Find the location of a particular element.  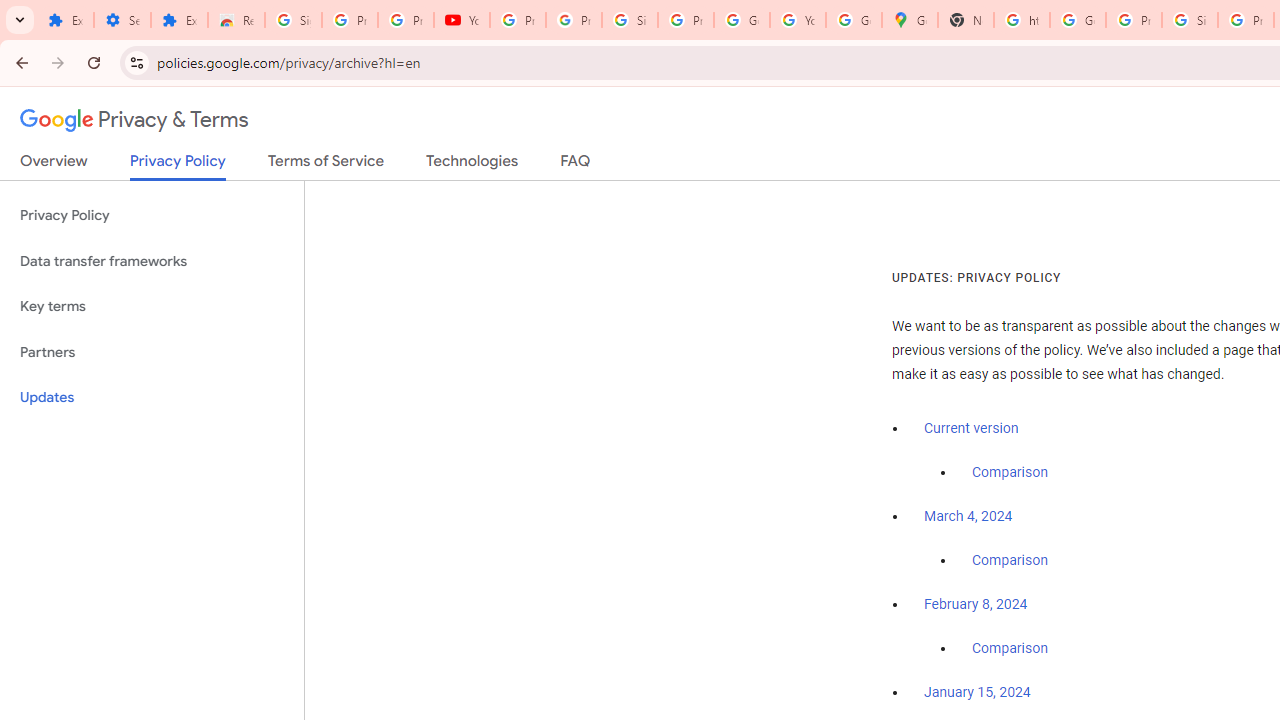

'Comparison' is located at coordinates (1009, 649).